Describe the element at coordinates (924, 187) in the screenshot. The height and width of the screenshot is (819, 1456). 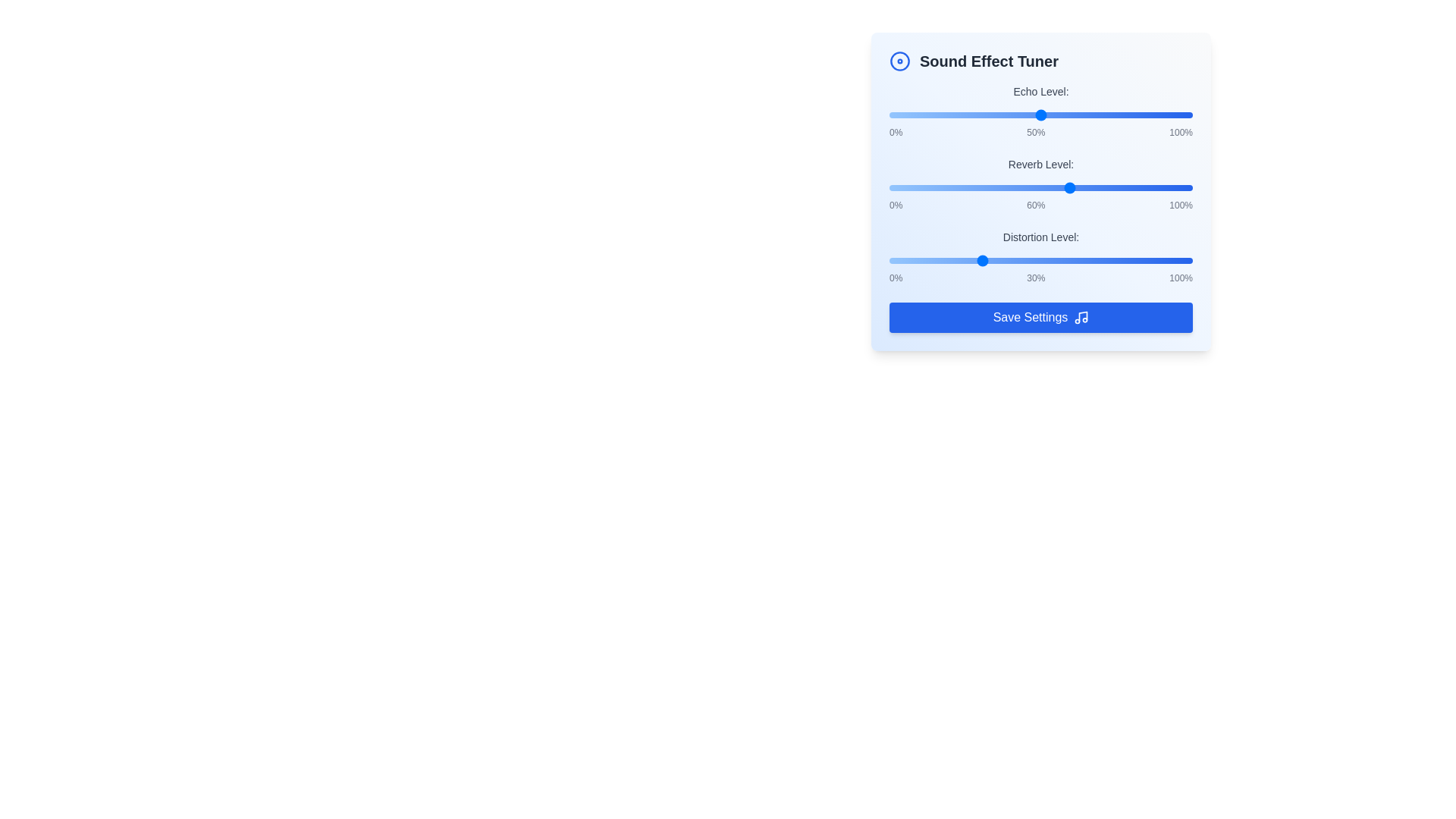
I see `the 'Reverb Level' slider to 12%` at that location.